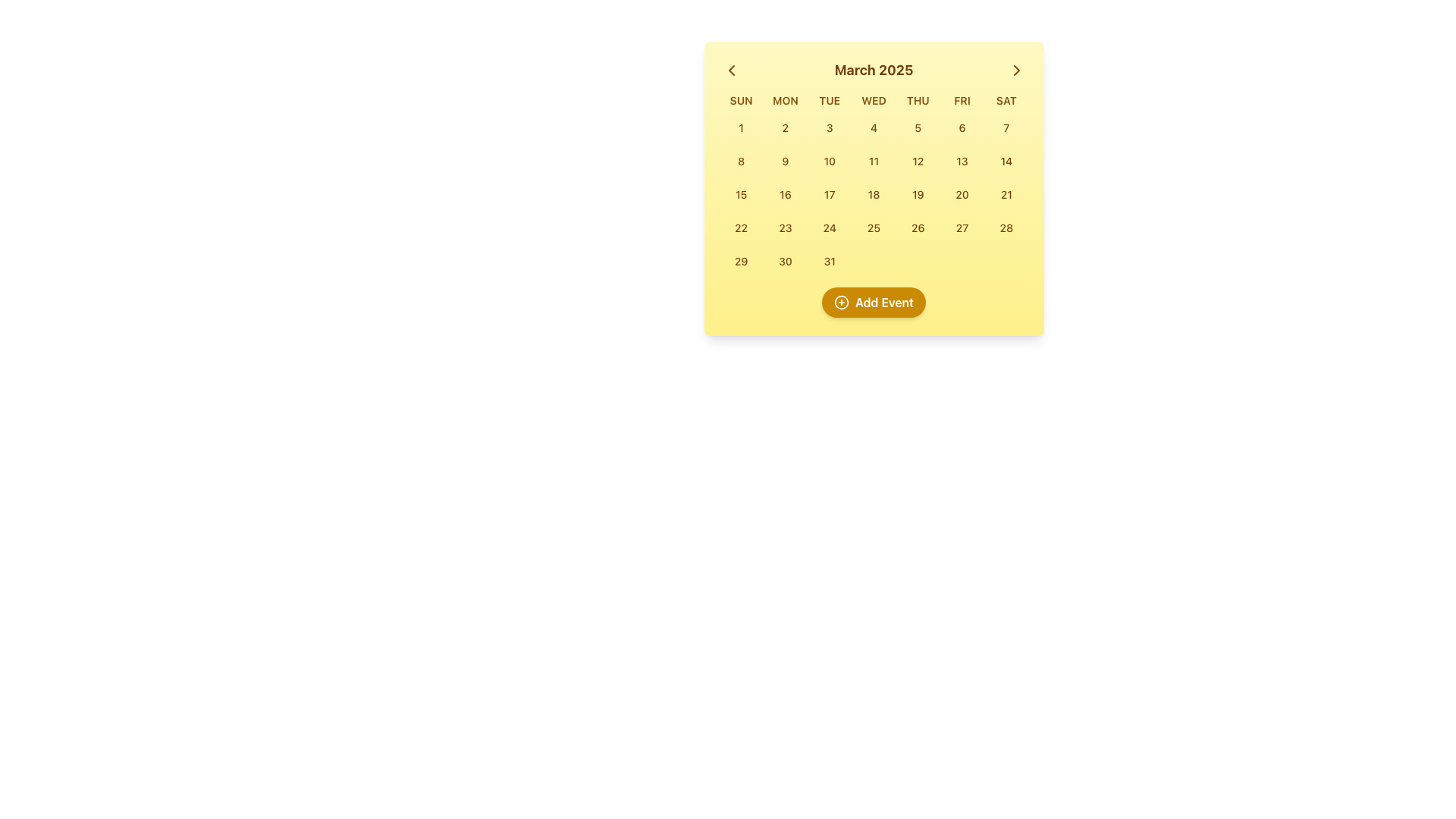  Describe the element at coordinates (917, 127) in the screenshot. I see `the yellow-background calendar day button displaying the number '5'` at that location.